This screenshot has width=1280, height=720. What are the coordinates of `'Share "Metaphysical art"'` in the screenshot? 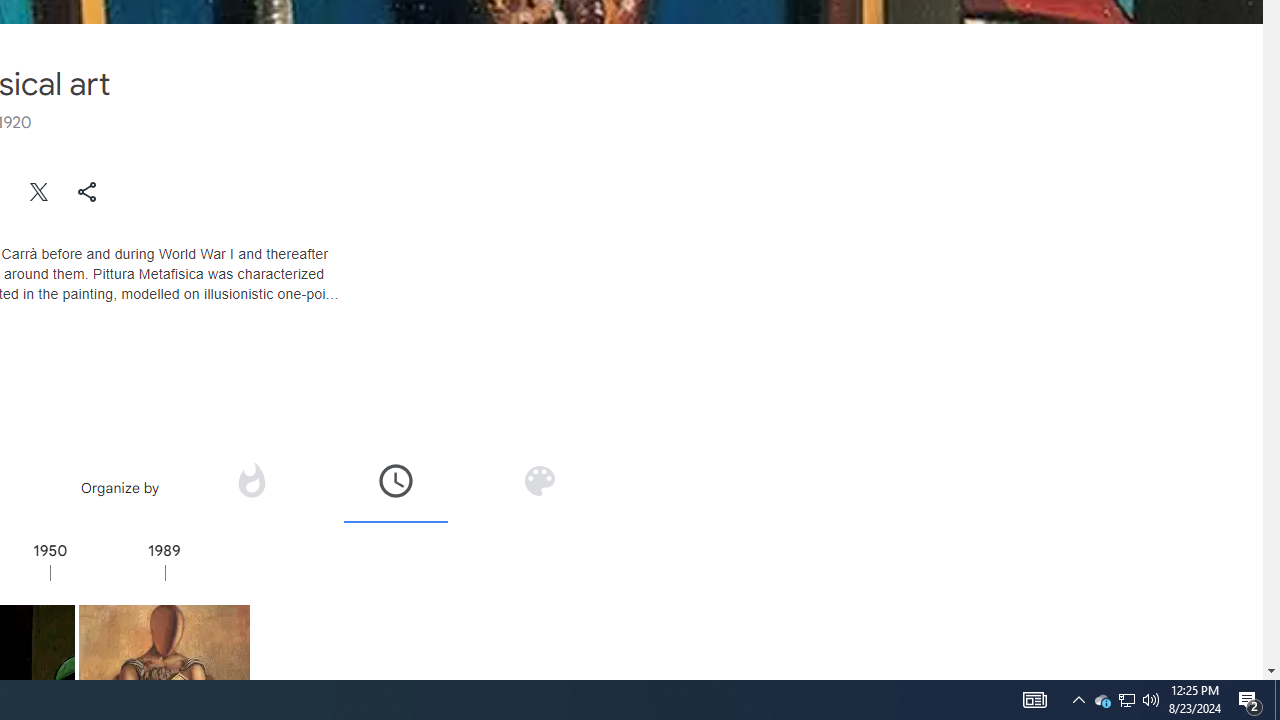 It's located at (86, 191).